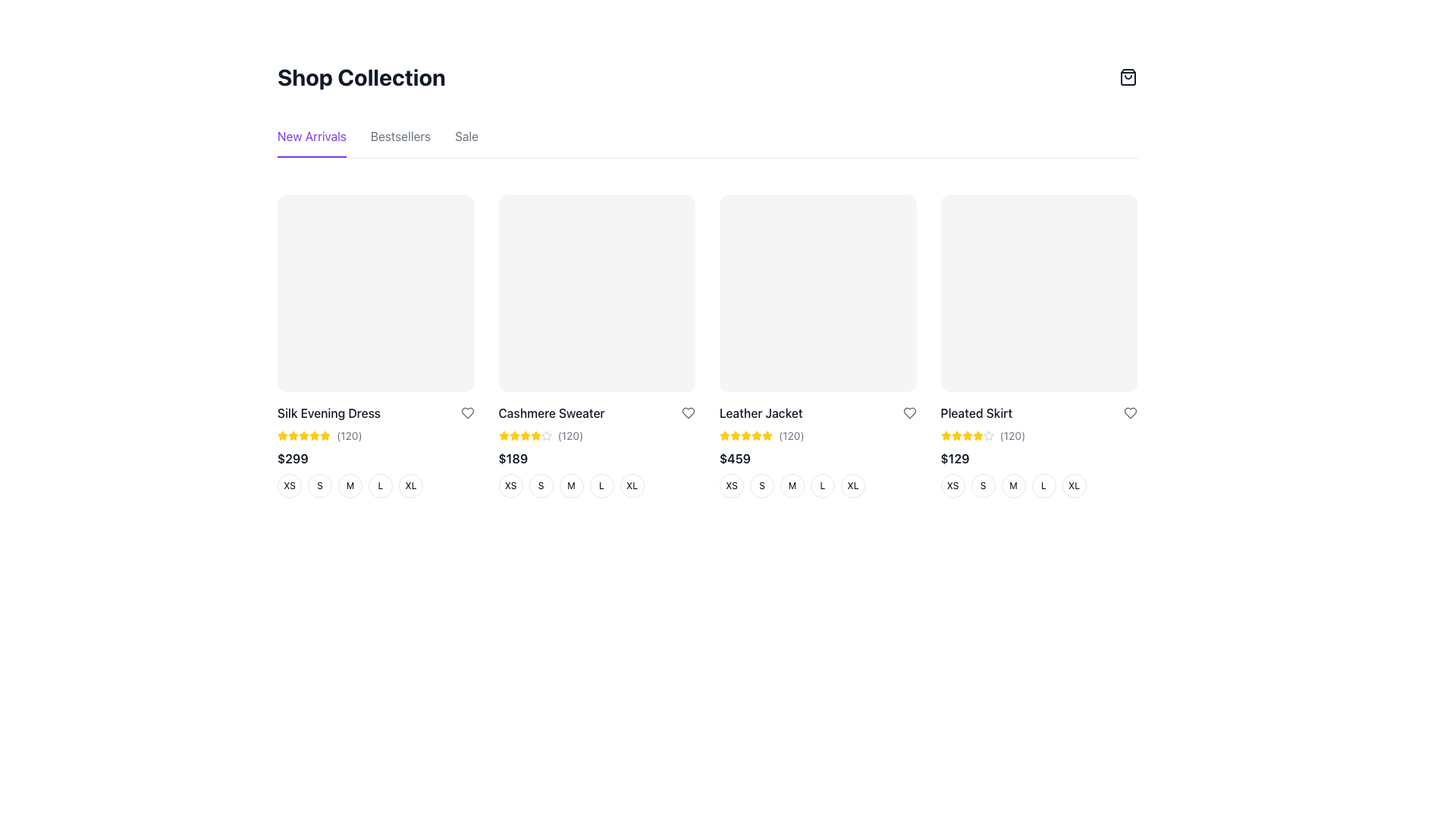 Image resolution: width=1456 pixels, height=819 pixels. Describe the element at coordinates (723, 435) in the screenshot. I see `the fourth yellow star icon in the rating system below the 'Leather Jacket' product image to set a rating` at that location.